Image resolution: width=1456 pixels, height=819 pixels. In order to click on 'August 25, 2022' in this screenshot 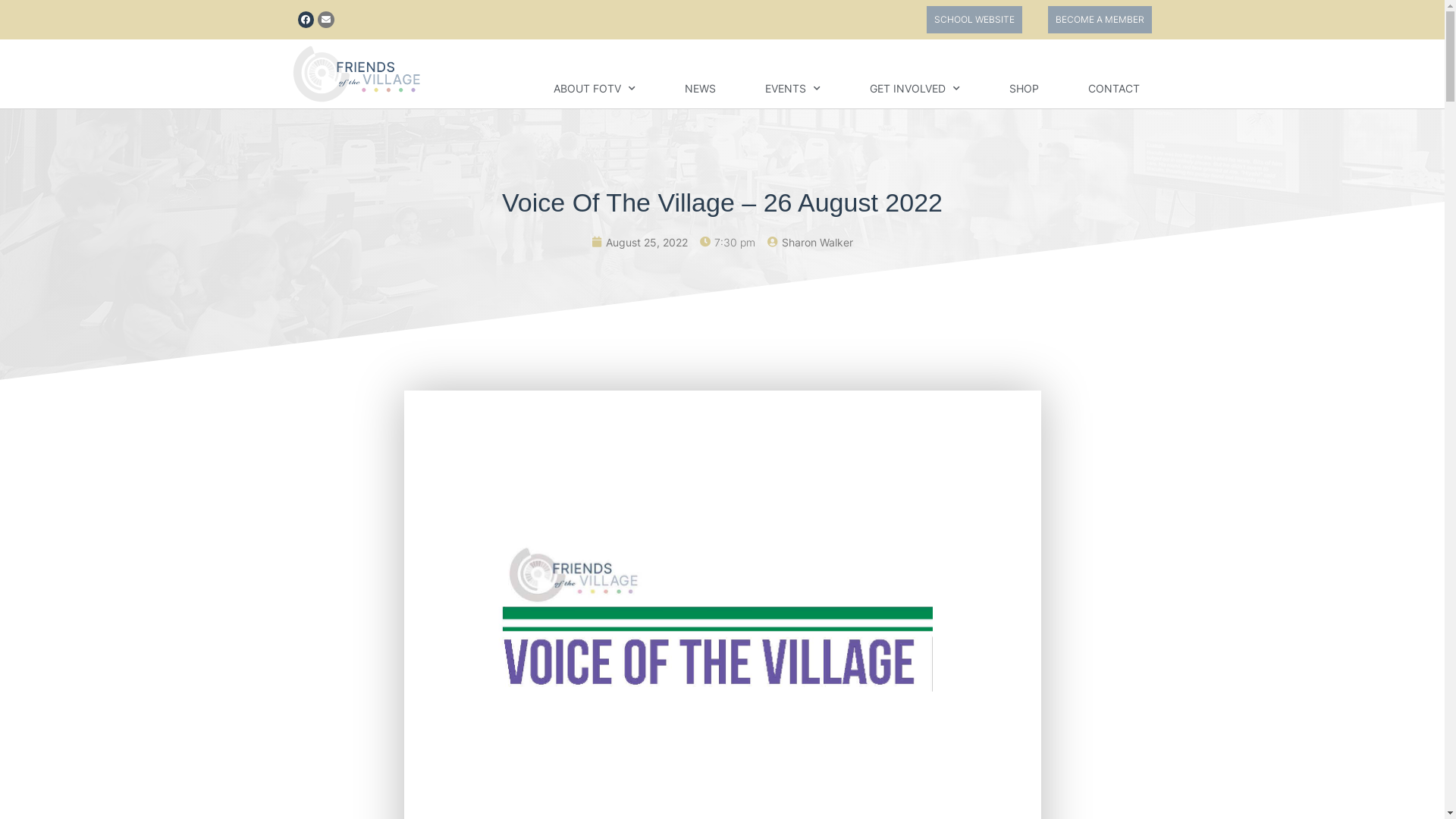, I will do `click(639, 241)`.